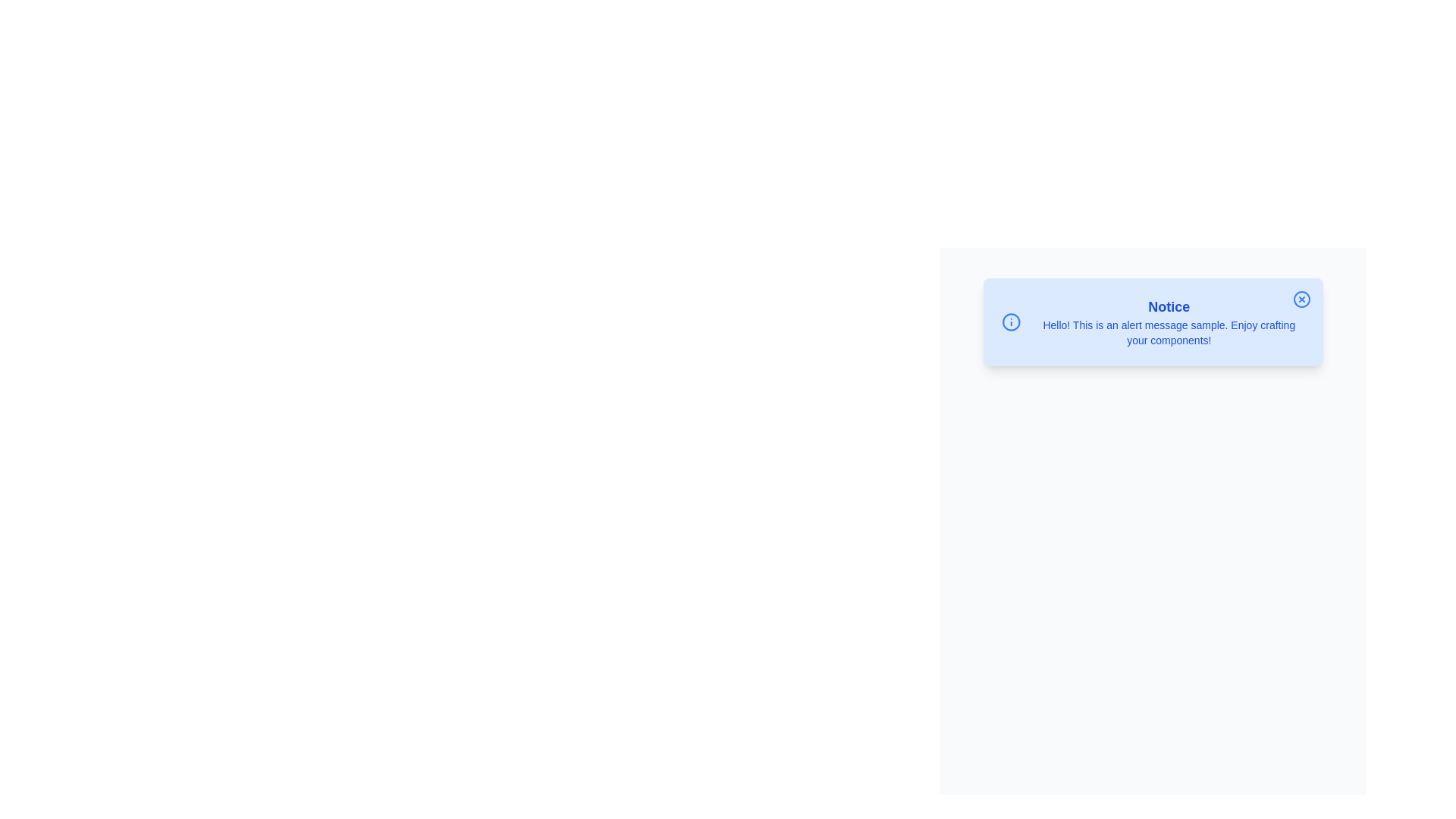 Image resolution: width=1456 pixels, height=819 pixels. I want to click on text 'Notice' displayed in a bold, large blue font located in the upper half of the light blue alert box, so click(1168, 307).